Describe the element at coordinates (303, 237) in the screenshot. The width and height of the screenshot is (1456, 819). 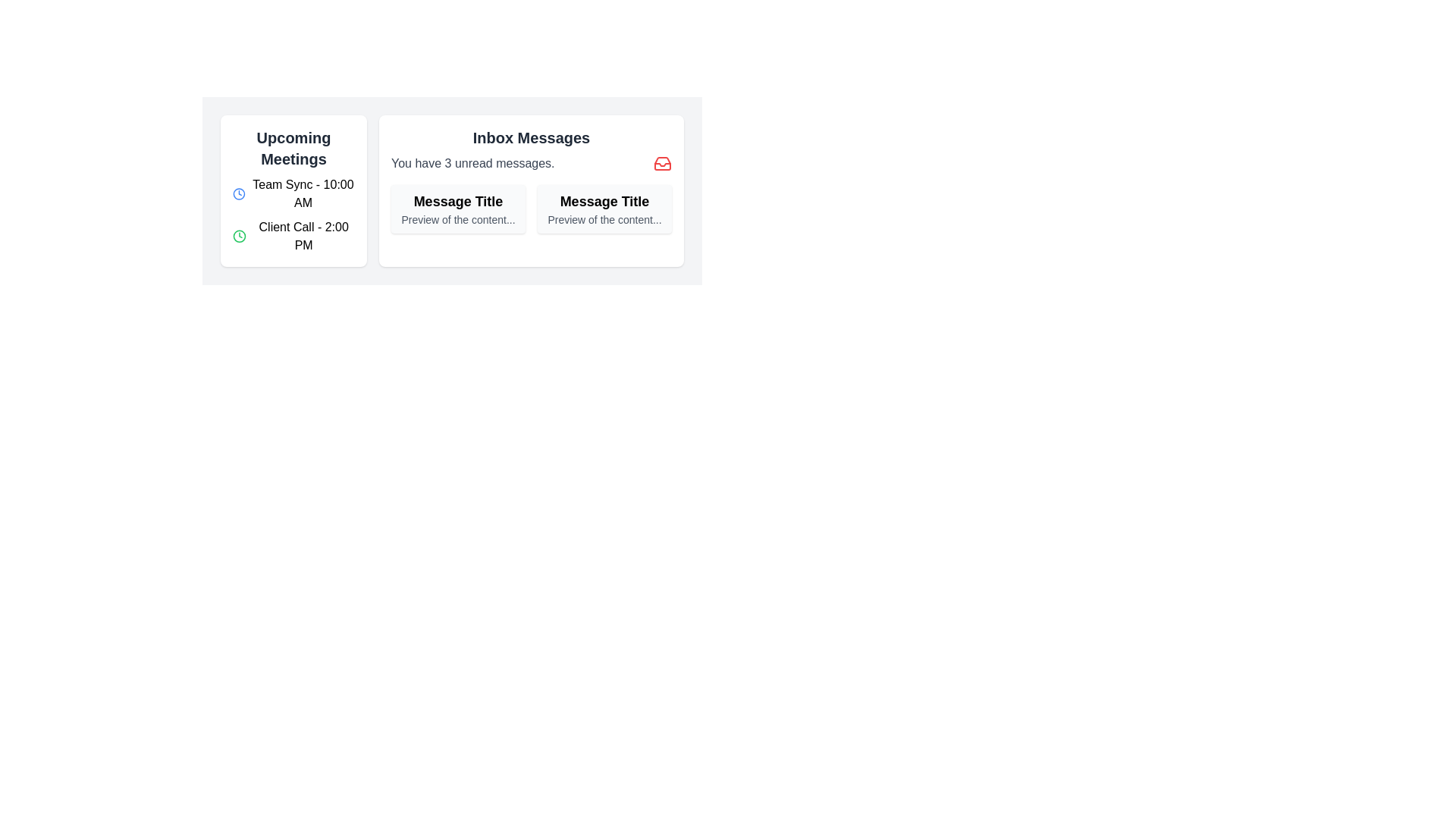
I see `the Text Label displaying details of the scheduled meeting, which is the second item under the 'Upcoming Meetings' section, located below the 'Team Sync - 10:00 AM' item, and aligned to the right of the green clock icon` at that location.